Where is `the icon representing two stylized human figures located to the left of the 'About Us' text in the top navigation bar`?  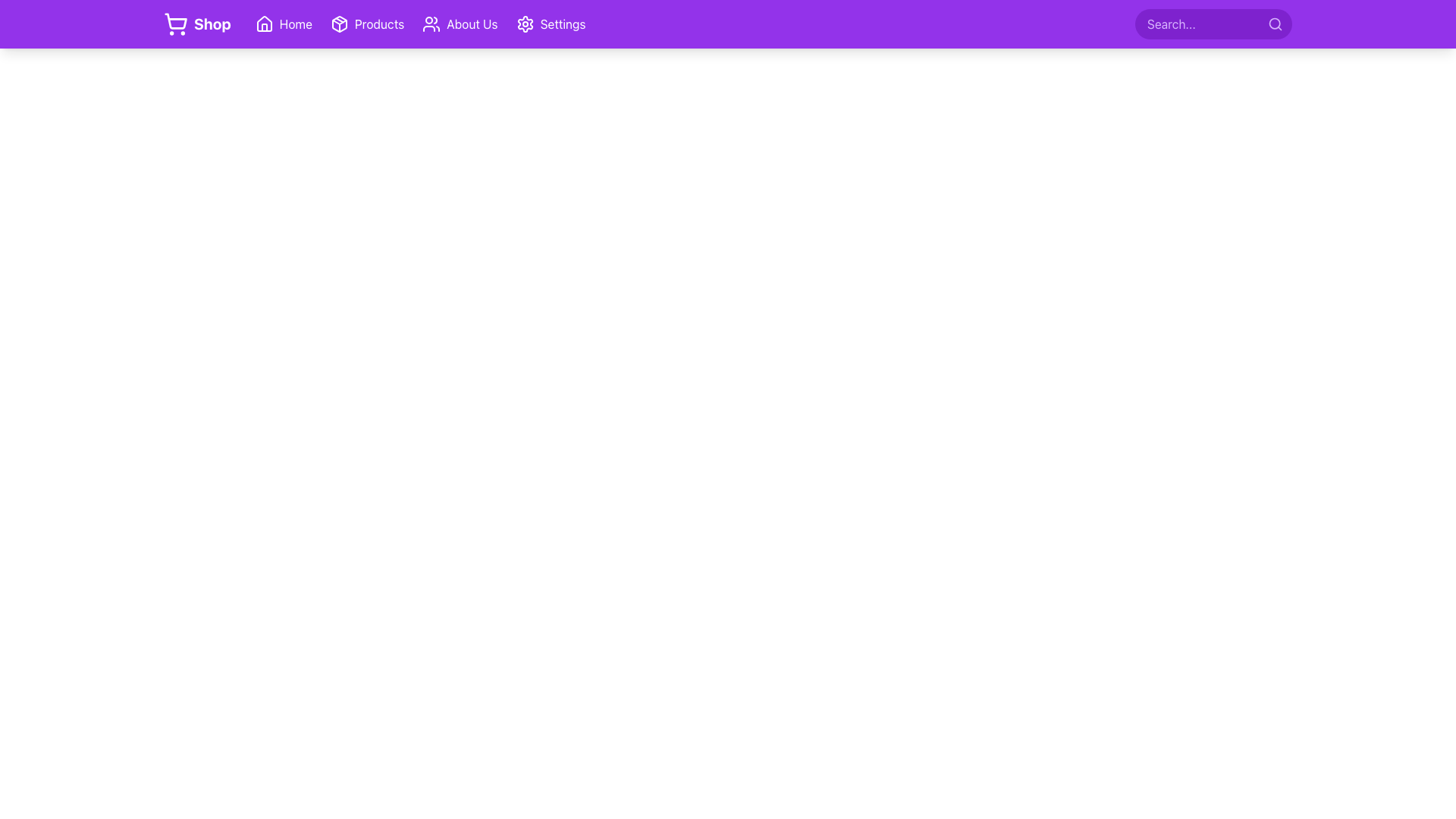 the icon representing two stylized human figures located to the left of the 'About Us' text in the top navigation bar is located at coordinates (431, 24).